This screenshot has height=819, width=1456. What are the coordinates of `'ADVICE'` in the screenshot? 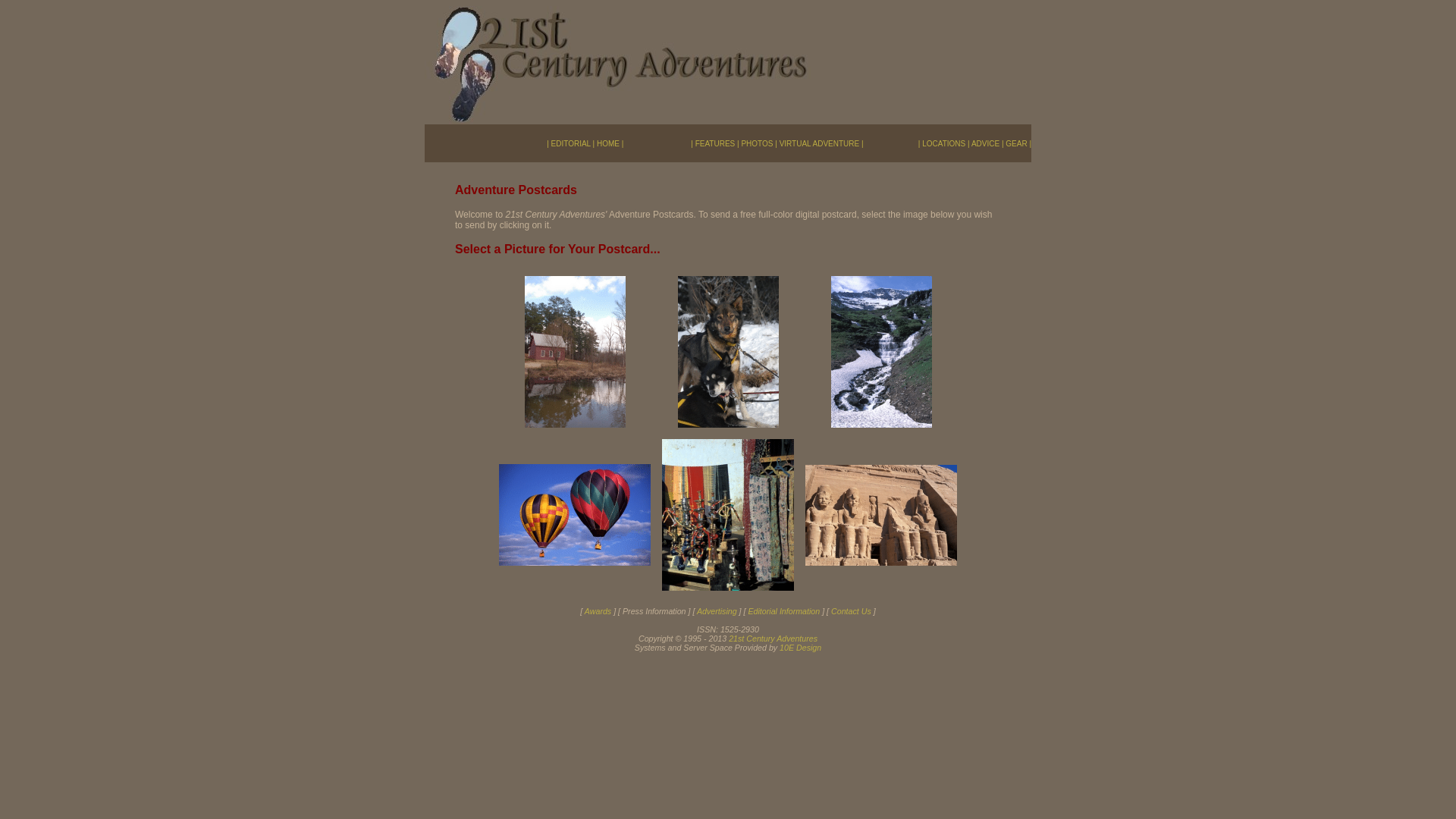 It's located at (971, 143).